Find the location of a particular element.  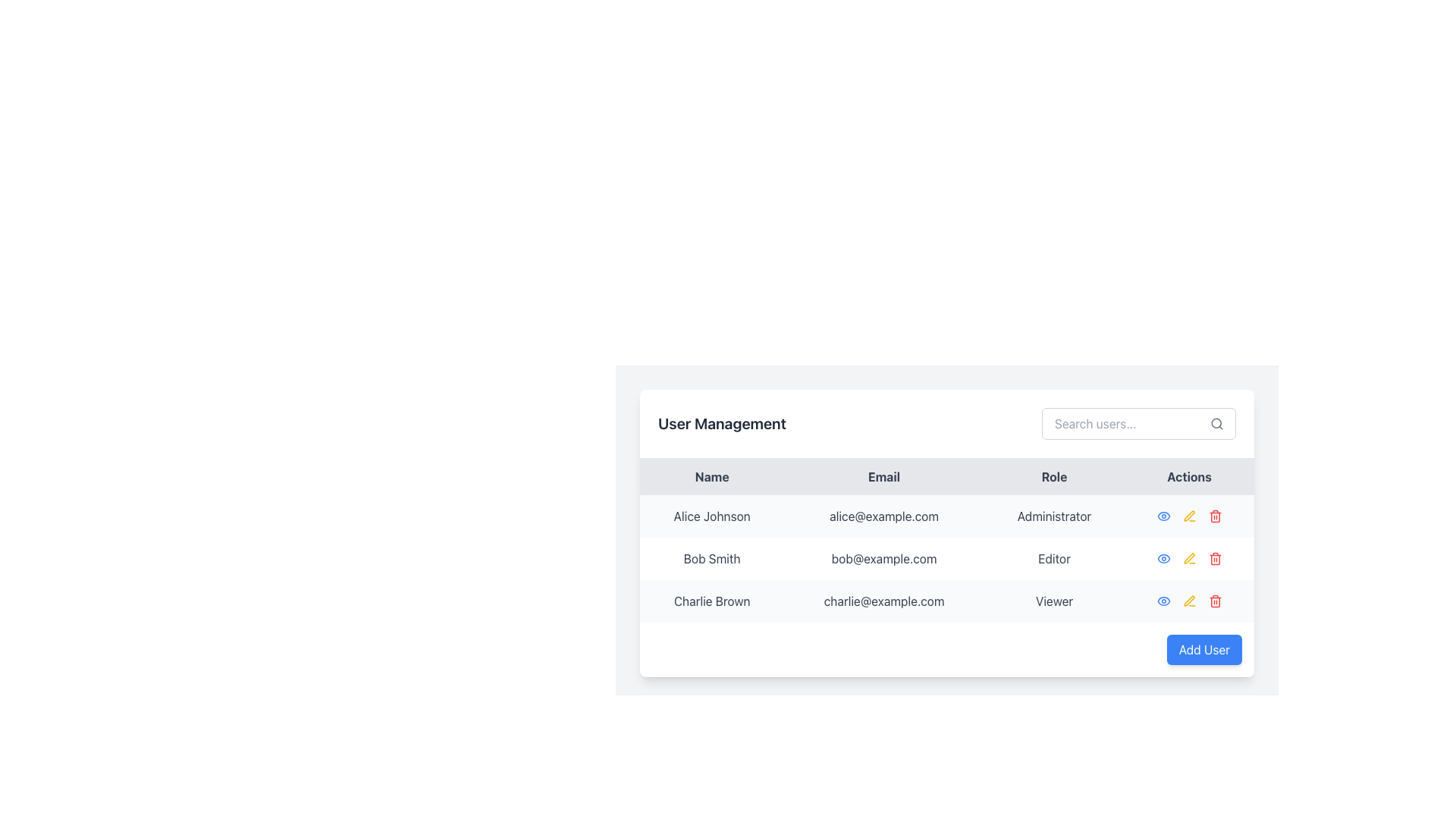

the individual icons within the Group of Action Buttons for user 'Charlie Brown', which includes viewing details, editing information, and deleting the user is located at coordinates (1188, 601).